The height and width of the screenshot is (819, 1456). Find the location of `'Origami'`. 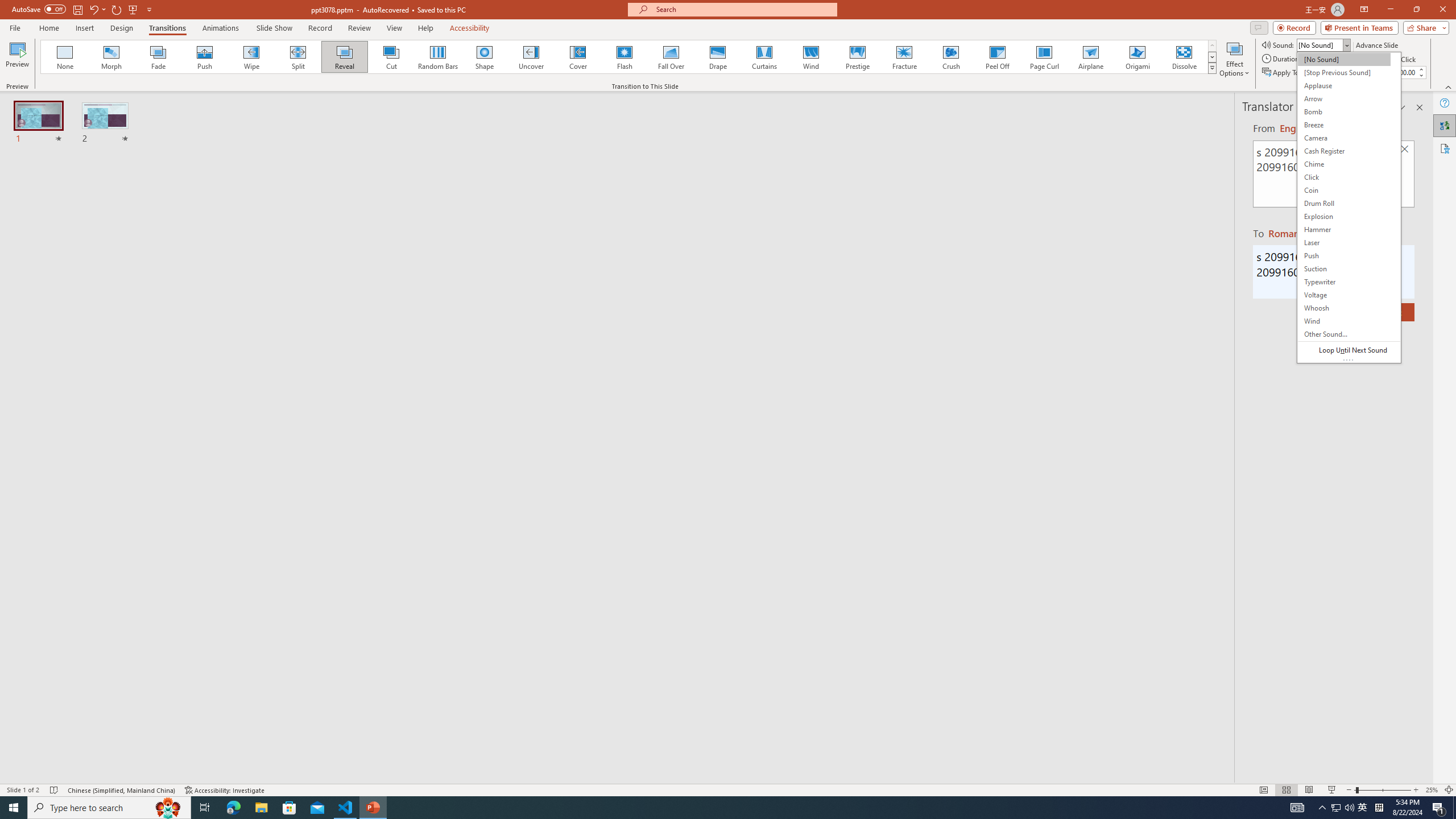

'Origami' is located at coordinates (1136, 56).